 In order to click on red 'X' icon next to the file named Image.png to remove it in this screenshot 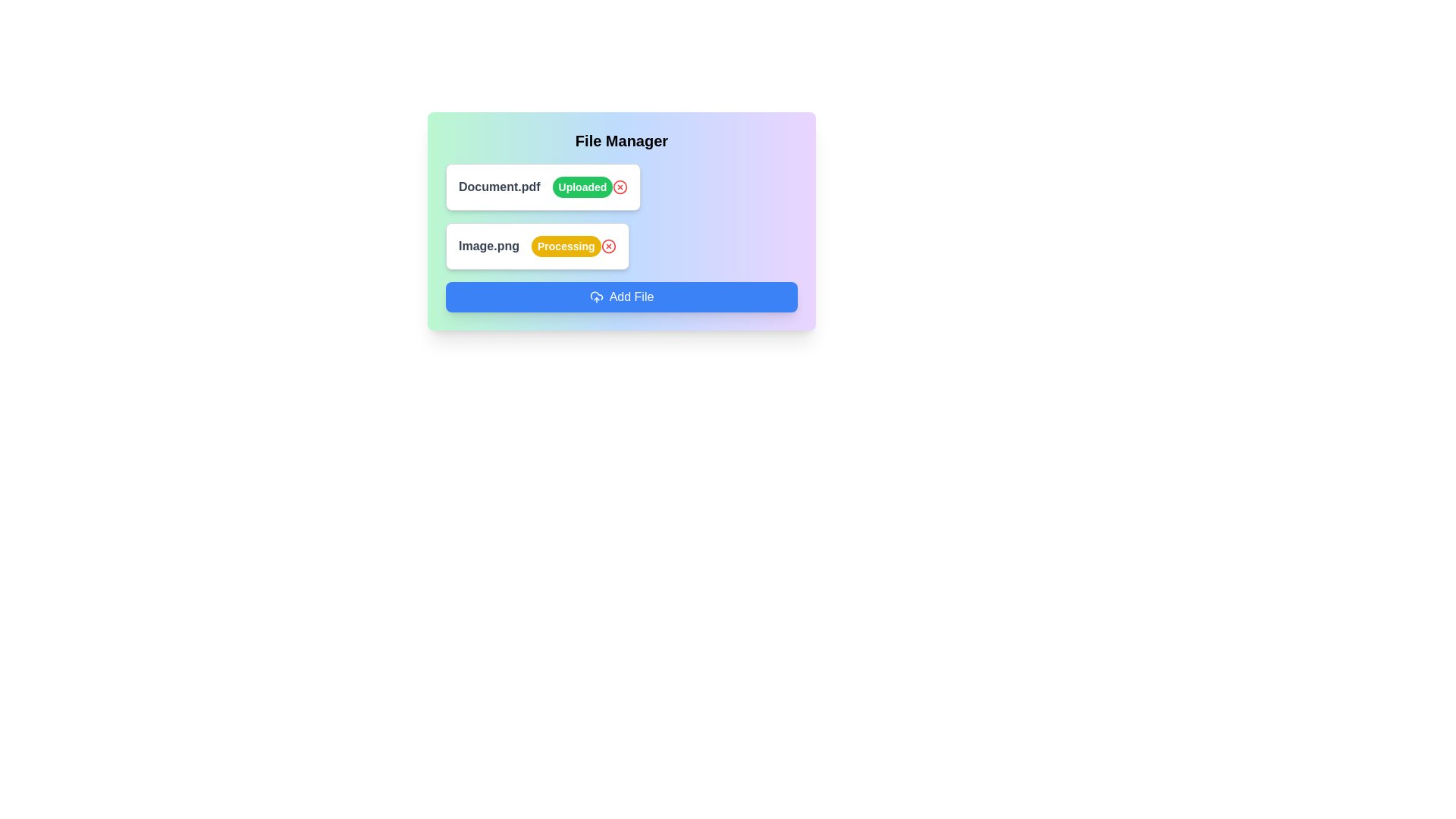, I will do `click(608, 245)`.